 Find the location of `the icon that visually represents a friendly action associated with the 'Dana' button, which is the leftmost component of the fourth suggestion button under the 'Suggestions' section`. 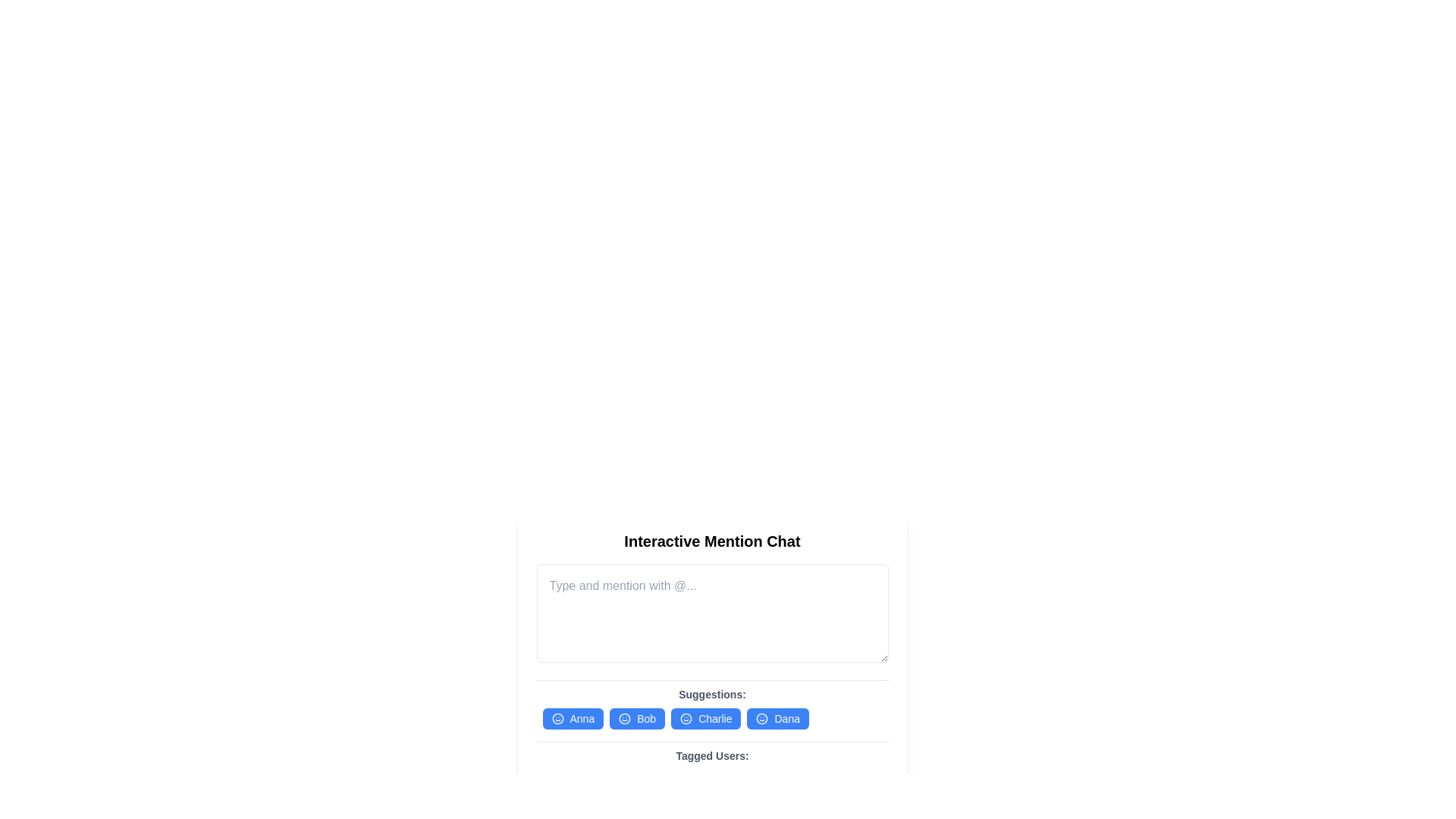

the icon that visually represents a friendly action associated with the 'Dana' button, which is the leftmost component of the fourth suggestion button under the 'Suggestions' section is located at coordinates (762, 718).